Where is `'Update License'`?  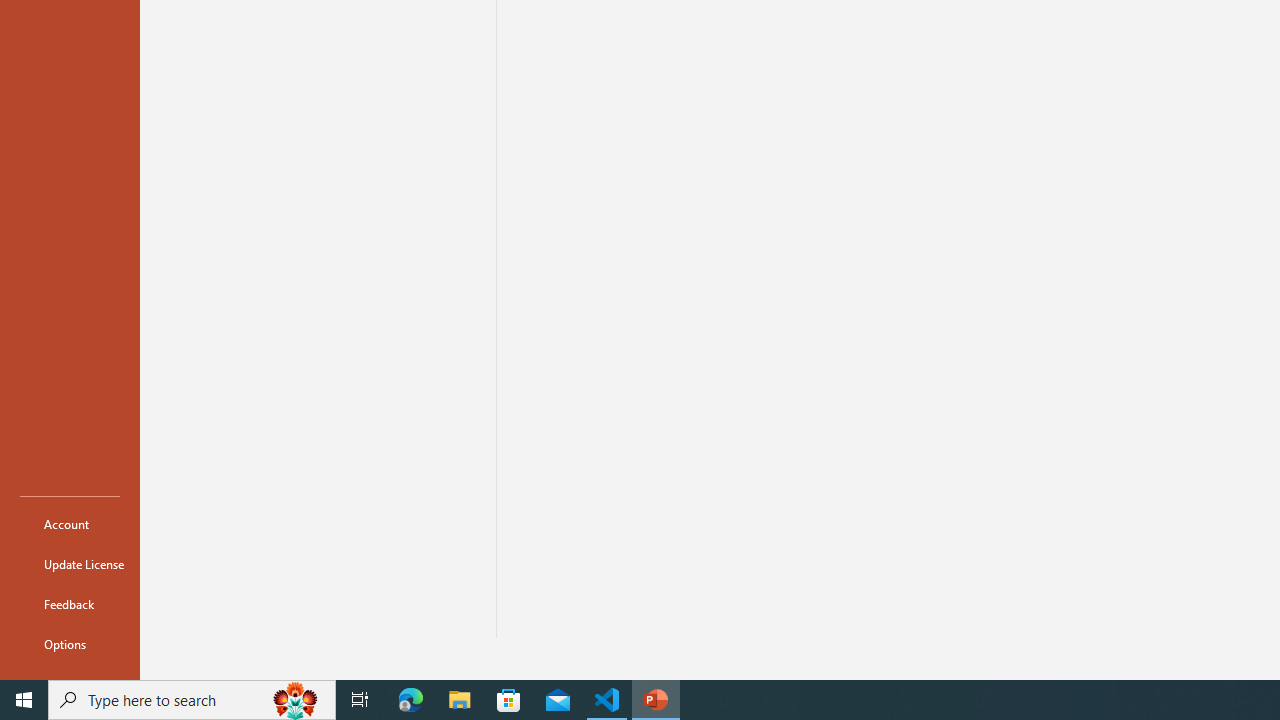
'Update License' is located at coordinates (69, 564).